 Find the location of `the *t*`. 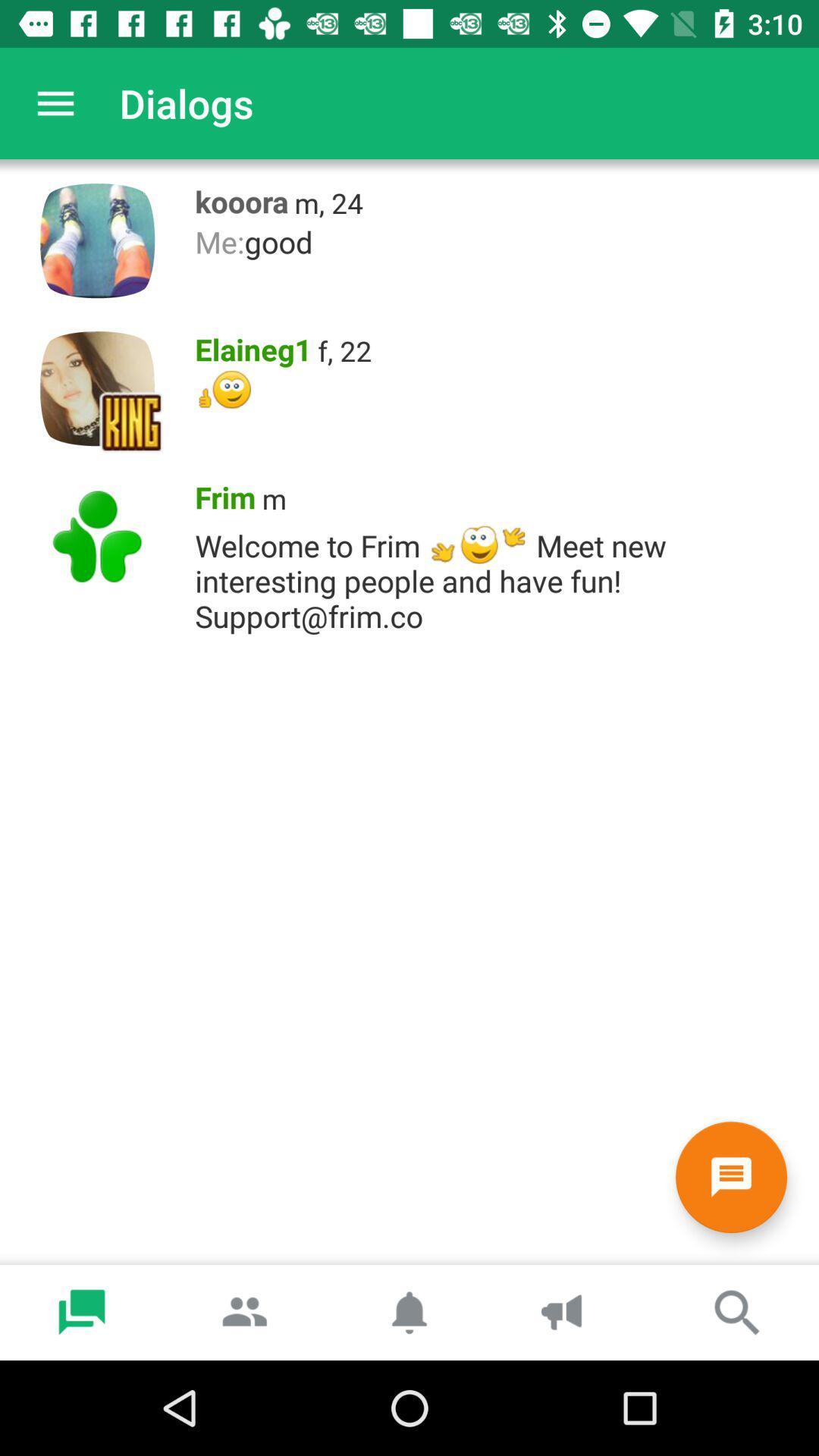

the *t* is located at coordinates (499, 389).